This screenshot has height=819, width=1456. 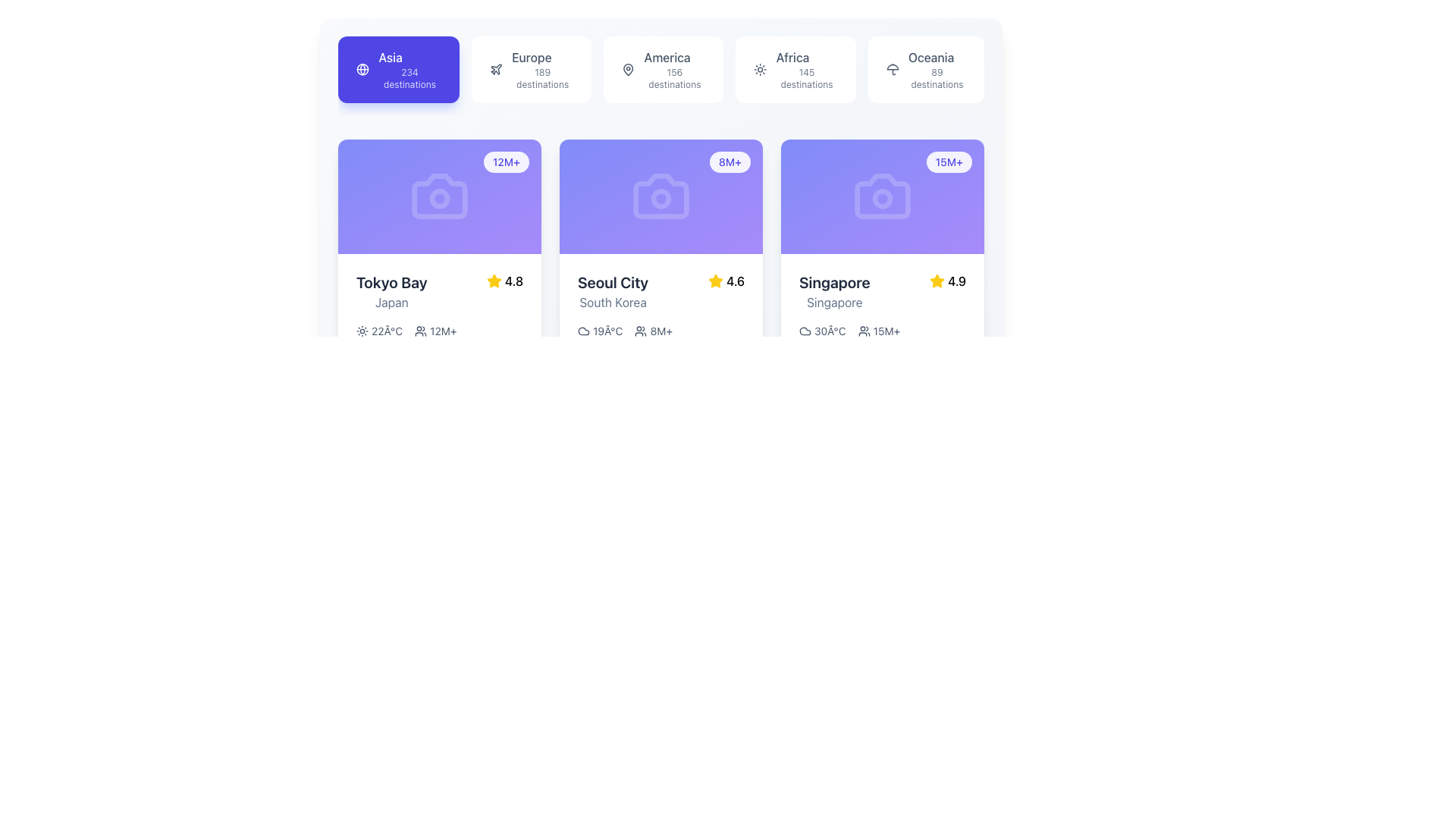 I want to click on the globe icon located at the top-left corner of the interface, which is within a highlighted purple rectangle and positioned to the left of the text label 'Asia' and subtext '234 destinations', so click(x=362, y=70).